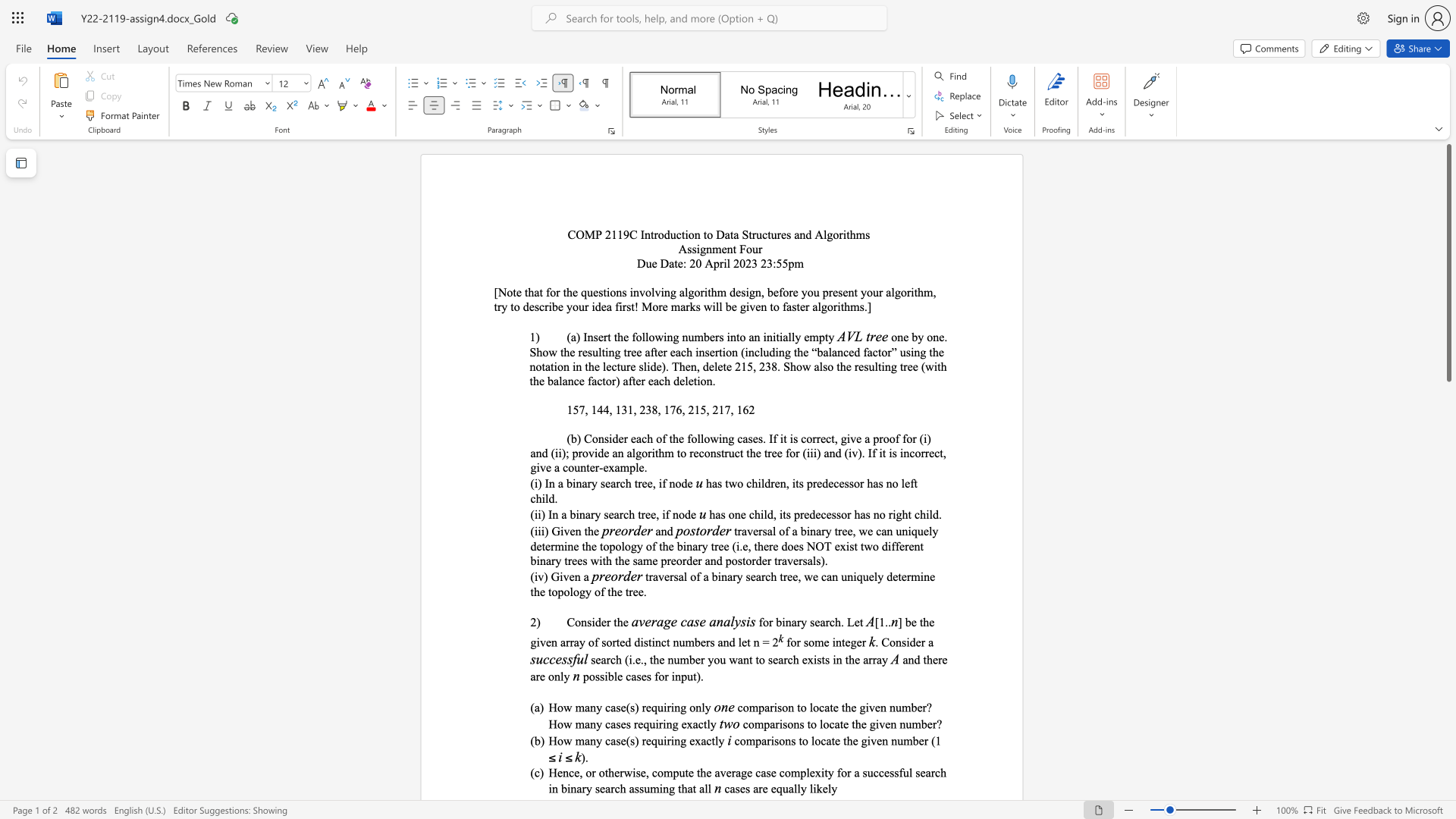 This screenshot has width=1456, height=819. Describe the element at coordinates (1448, 537) in the screenshot. I see `the page's right scrollbar for downward movement` at that location.